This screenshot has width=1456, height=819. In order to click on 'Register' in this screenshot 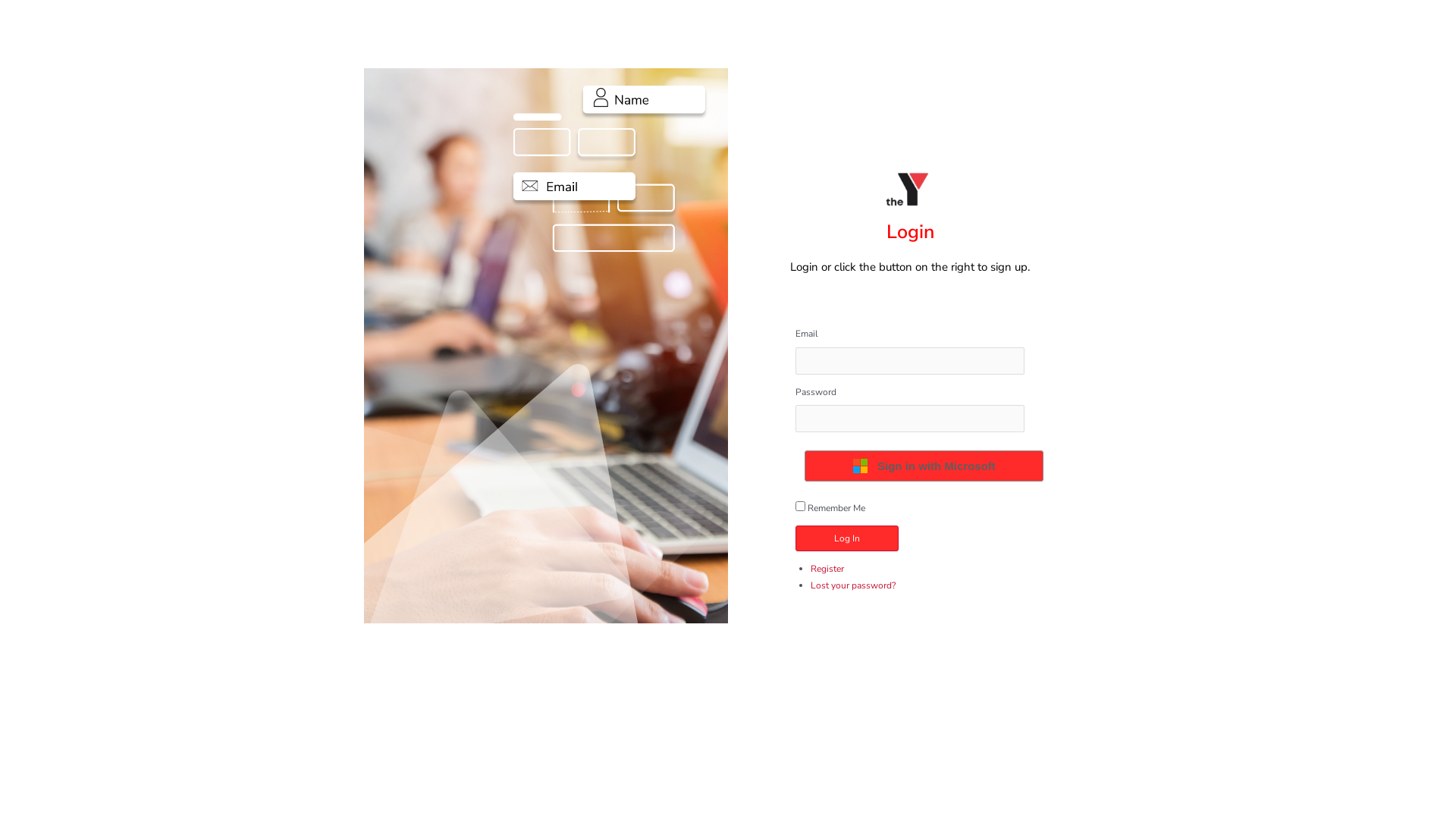, I will do `click(810, 568)`.